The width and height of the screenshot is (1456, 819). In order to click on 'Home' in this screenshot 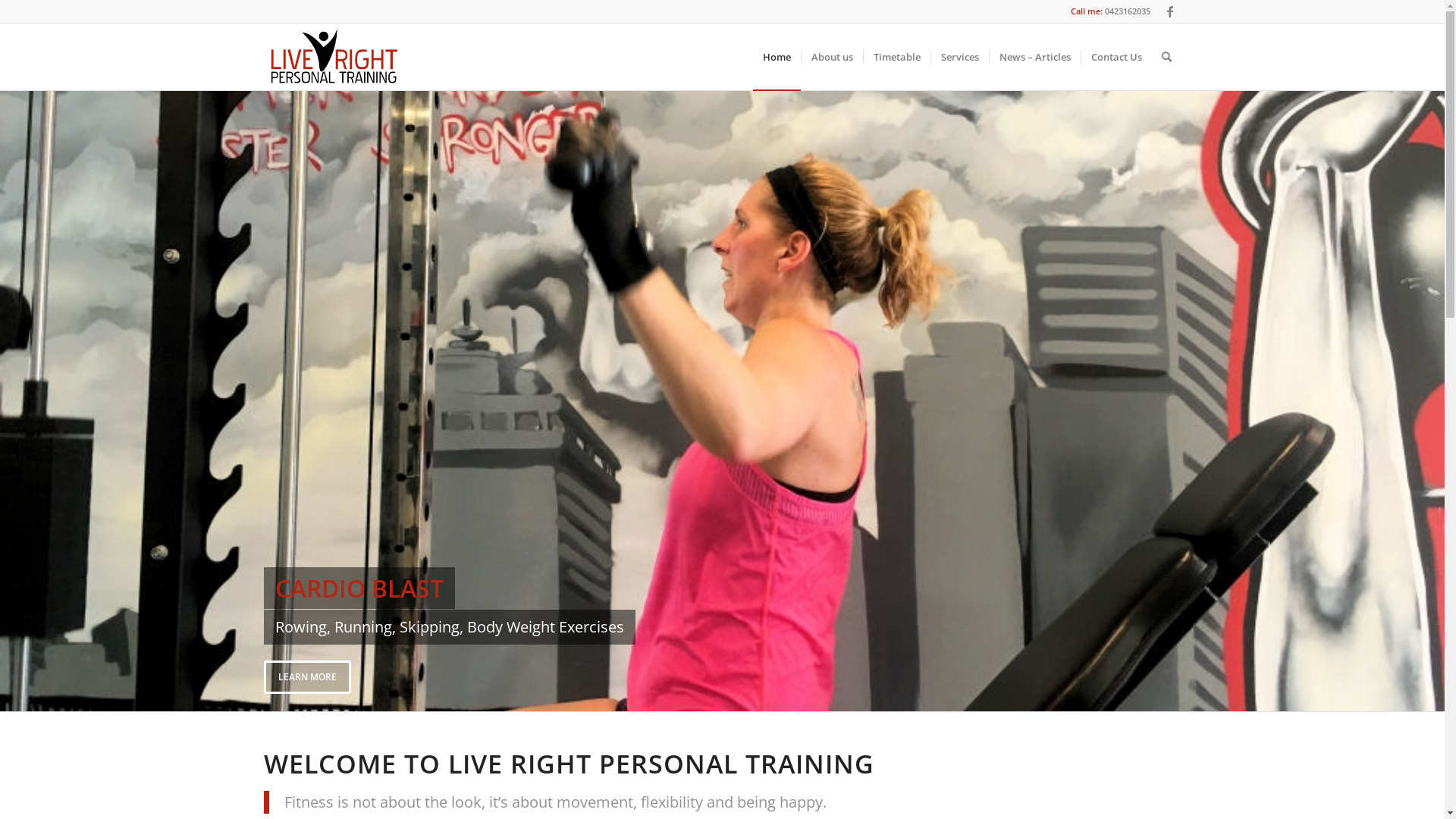, I will do `click(776, 55)`.